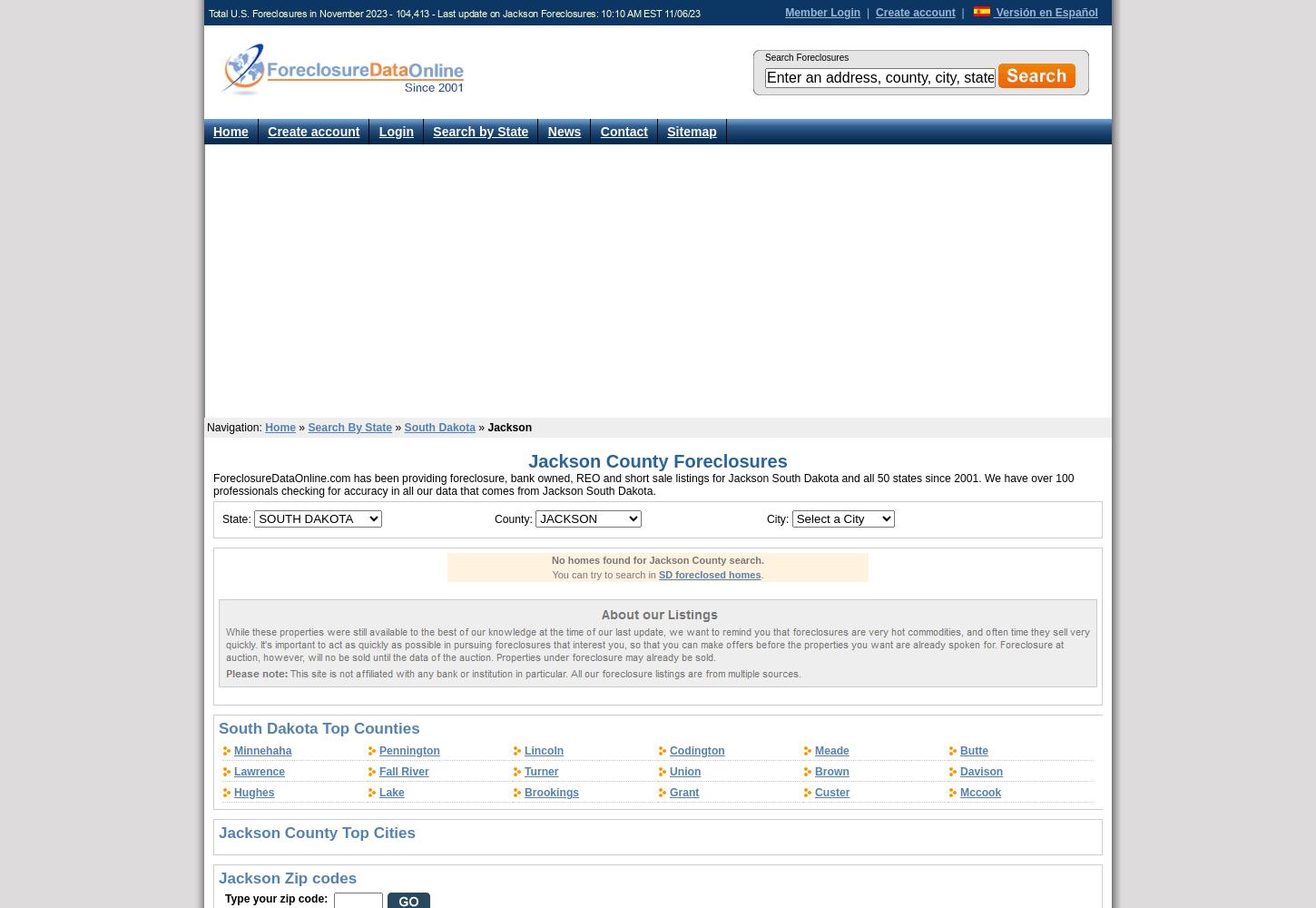 The height and width of the screenshot is (908, 1316). Describe the element at coordinates (670, 750) in the screenshot. I see `'Codington'` at that location.